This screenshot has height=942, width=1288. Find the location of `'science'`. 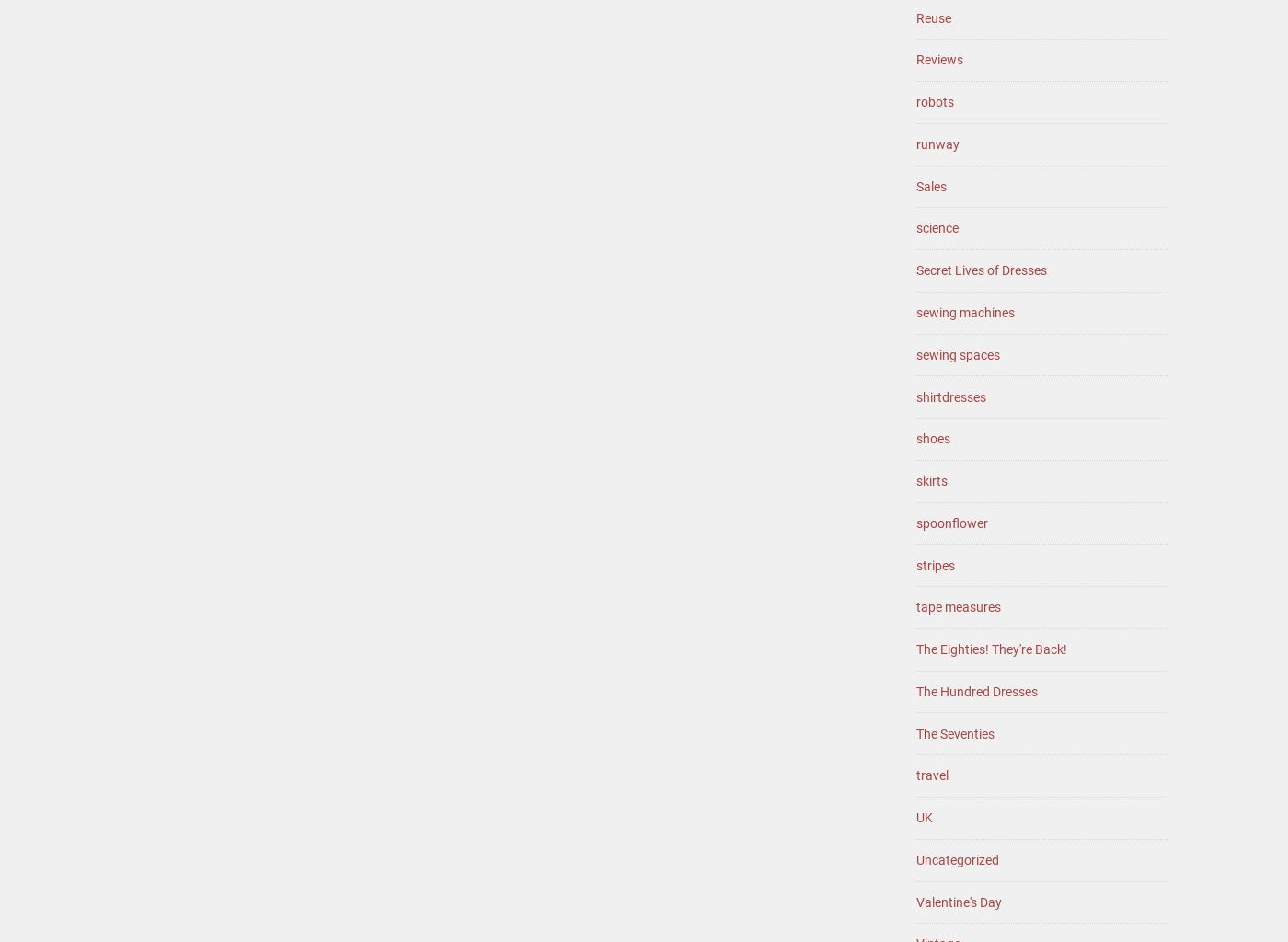

'science' is located at coordinates (937, 227).